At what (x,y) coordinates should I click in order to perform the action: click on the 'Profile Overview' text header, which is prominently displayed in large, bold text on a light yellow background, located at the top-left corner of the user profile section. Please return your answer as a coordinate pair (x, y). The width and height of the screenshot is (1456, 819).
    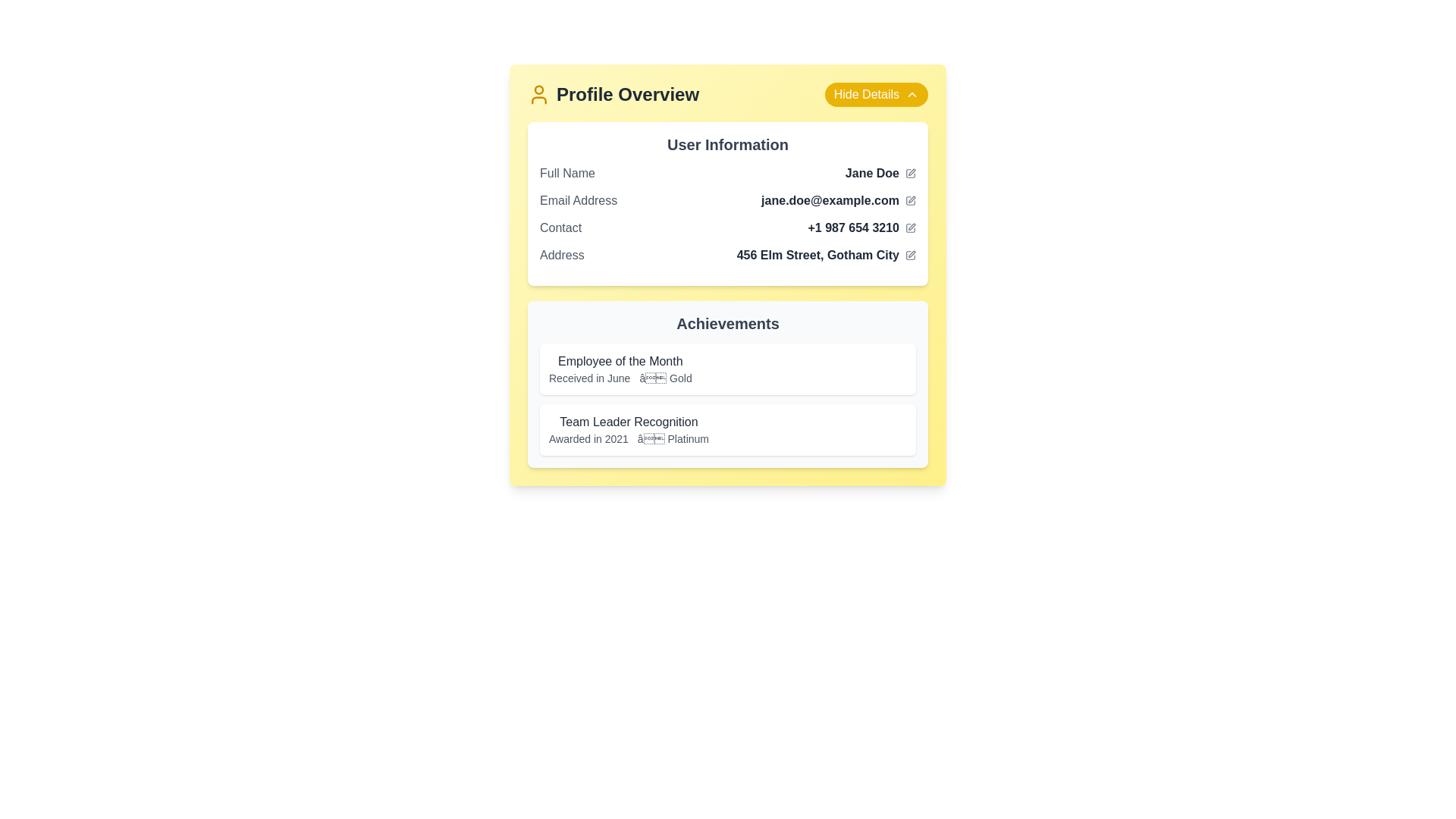
    Looking at the image, I should click on (628, 94).